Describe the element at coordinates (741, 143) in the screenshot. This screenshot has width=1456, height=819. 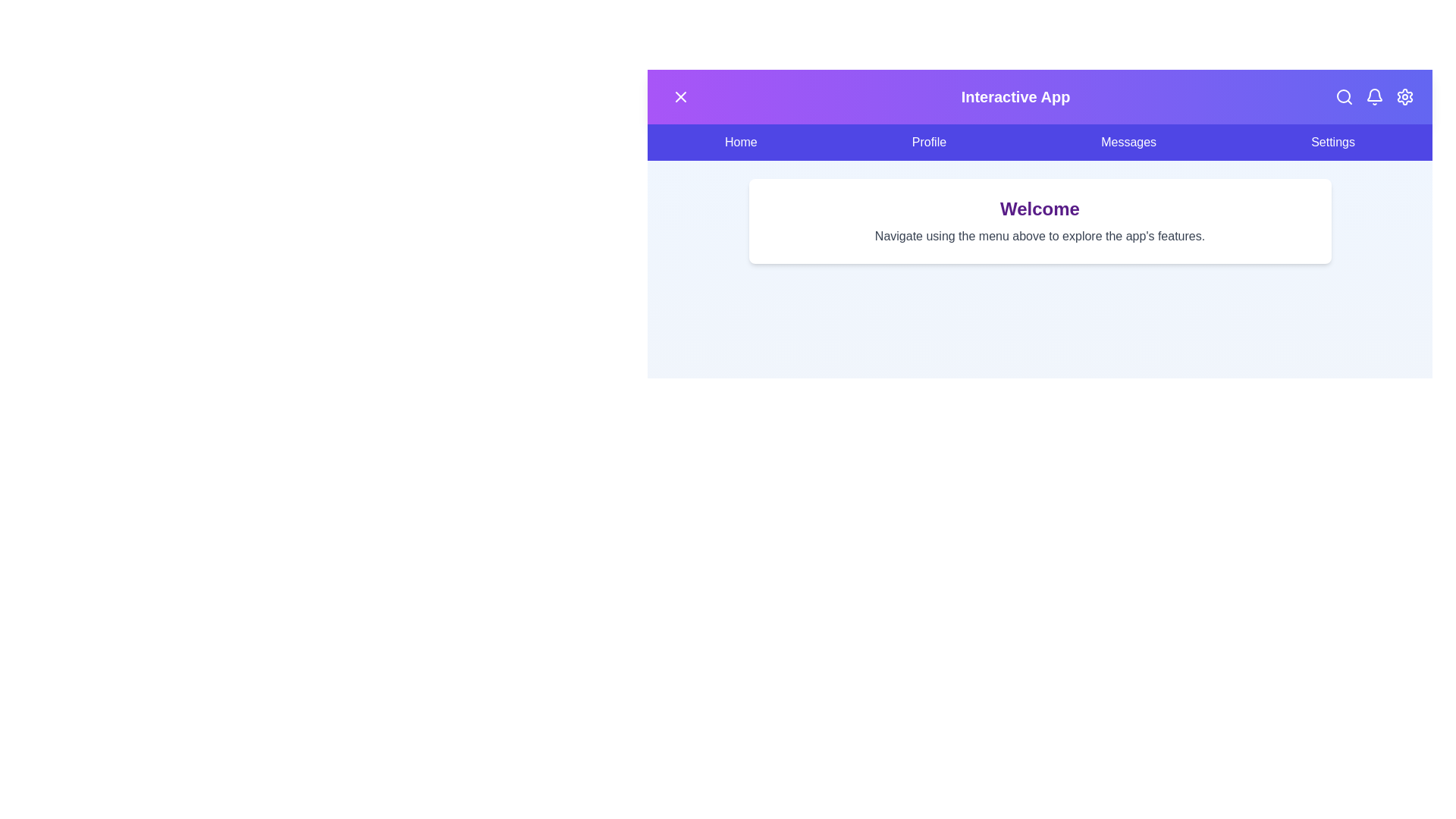
I see `the Home menu item to navigate to the respective section` at that location.